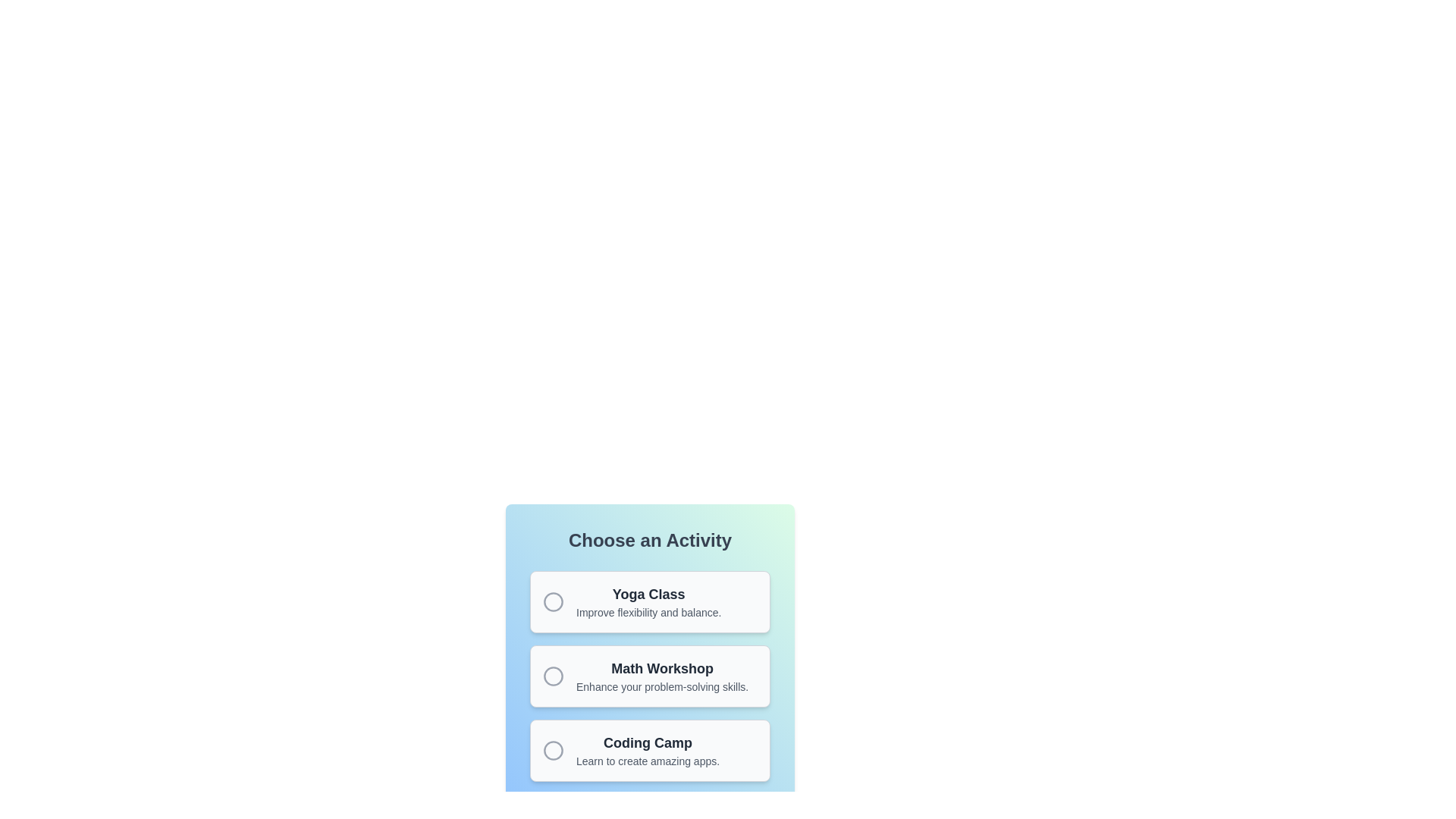  What do you see at coordinates (552, 751) in the screenshot?
I see `the radio button located within the 'Coding Camp' section` at bounding box center [552, 751].